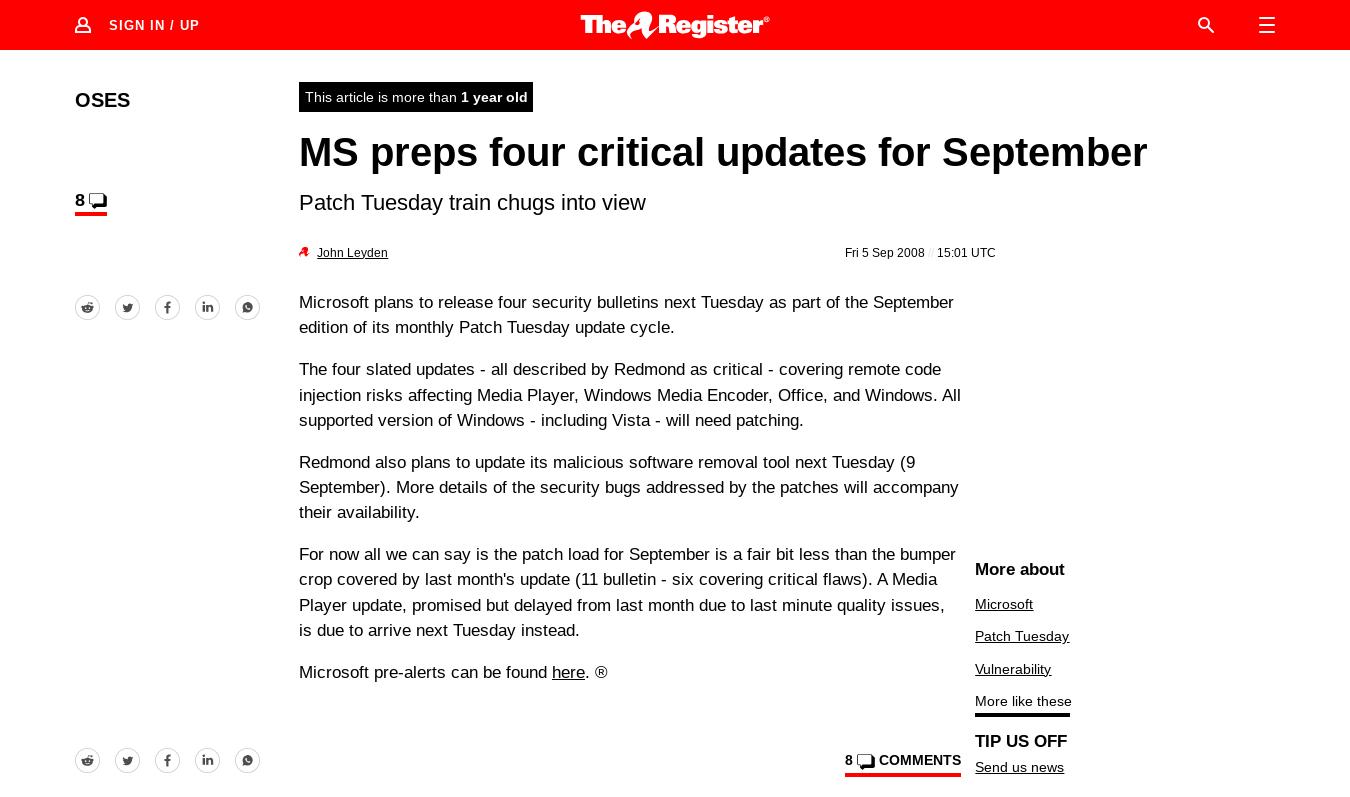 This screenshot has width=1350, height=797. What do you see at coordinates (1021, 635) in the screenshot?
I see `'Patch Tuesday'` at bounding box center [1021, 635].